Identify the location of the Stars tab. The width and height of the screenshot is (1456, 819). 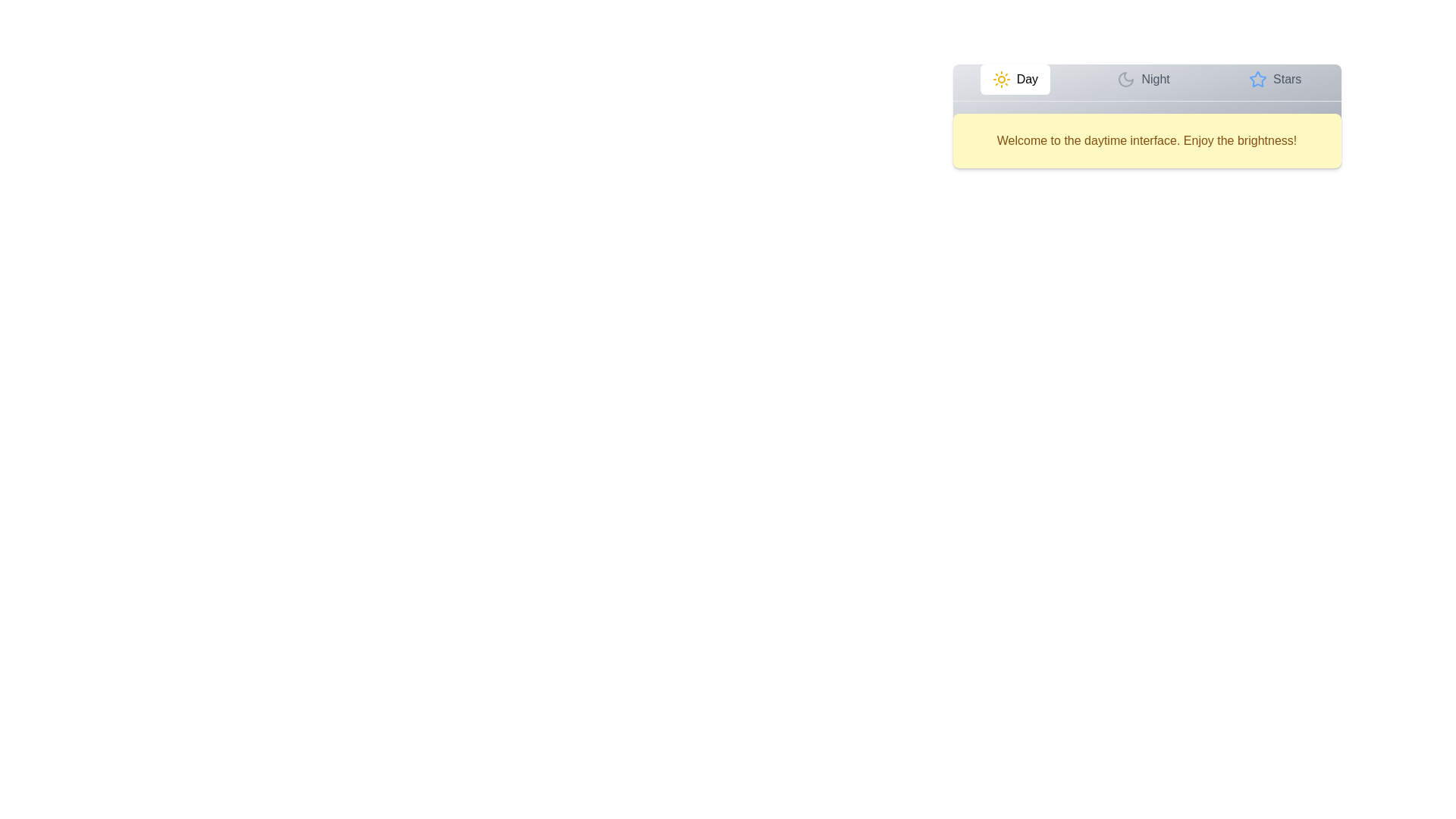
(1274, 79).